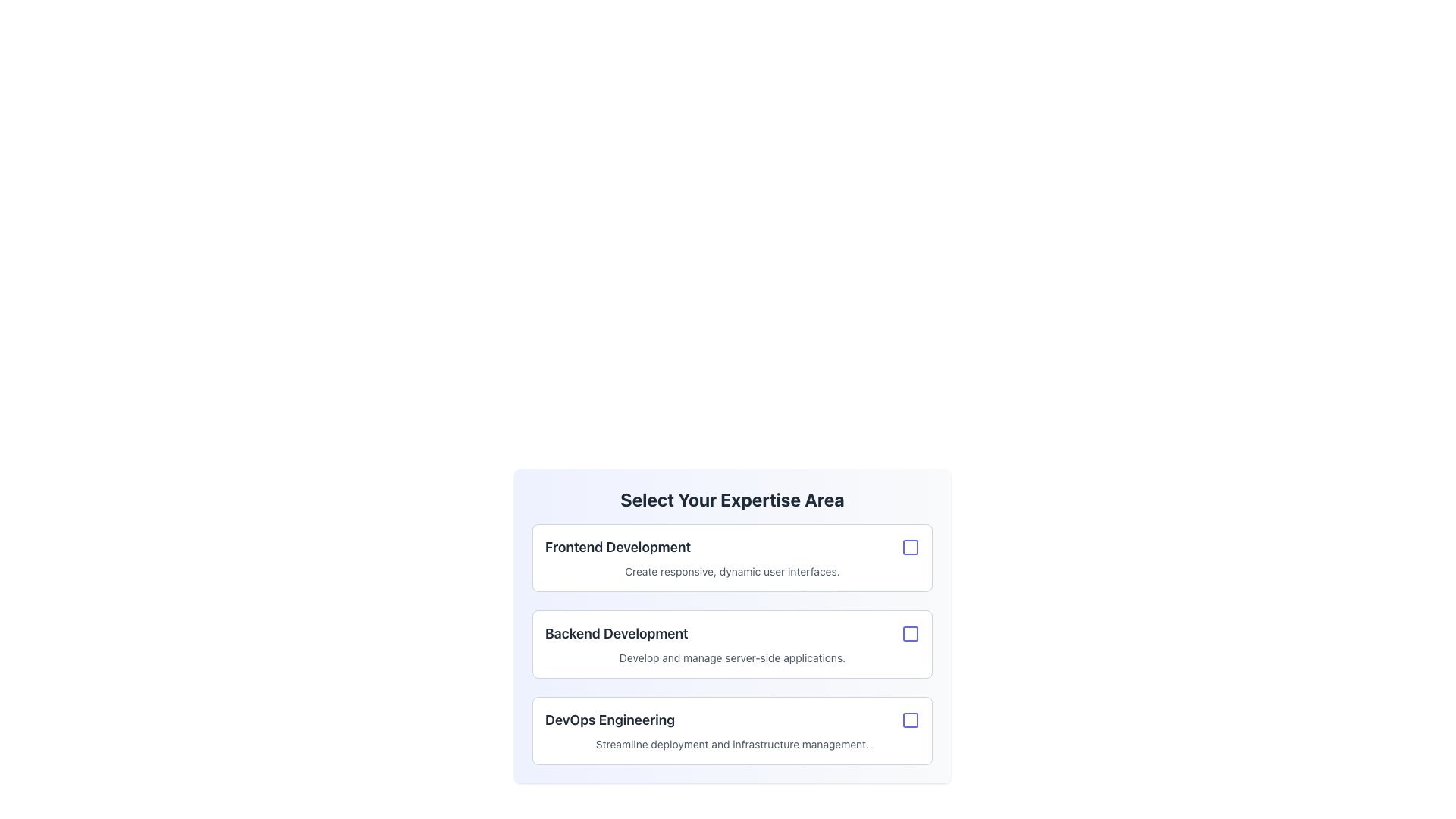 This screenshot has width=1456, height=819. What do you see at coordinates (910, 719) in the screenshot?
I see `the Checkbox indicator associated with the 'DevOps Engineering' option` at bounding box center [910, 719].